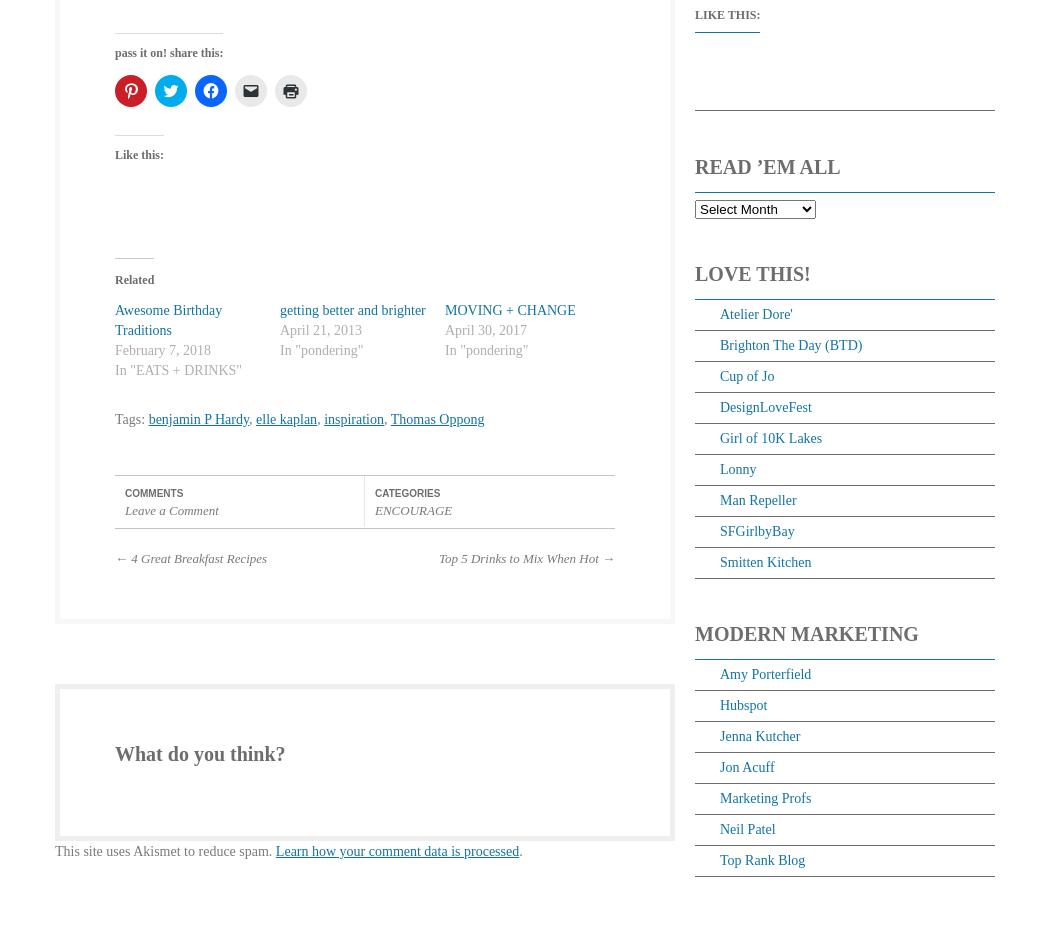 The width and height of the screenshot is (1050, 925). What do you see at coordinates (130, 417) in the screenshot?
I see `'Tags:'` at bounding box center [130, 417].